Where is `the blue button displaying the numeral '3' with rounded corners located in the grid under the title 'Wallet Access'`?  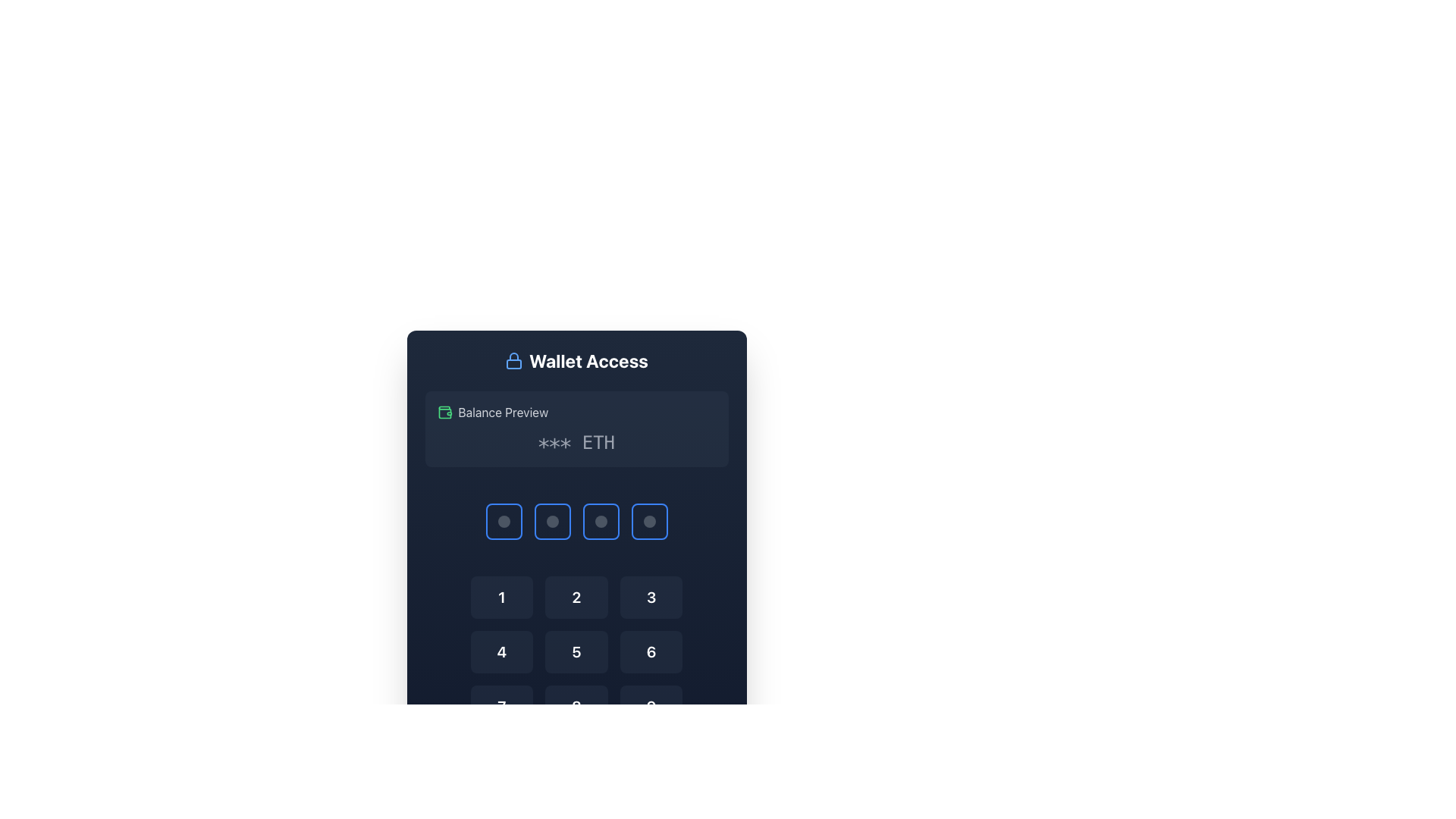 the blue button displaying the numeral '3' with rounded corners located in the grid under the title 'Wallet Access' is located at coordinates (651, 596).